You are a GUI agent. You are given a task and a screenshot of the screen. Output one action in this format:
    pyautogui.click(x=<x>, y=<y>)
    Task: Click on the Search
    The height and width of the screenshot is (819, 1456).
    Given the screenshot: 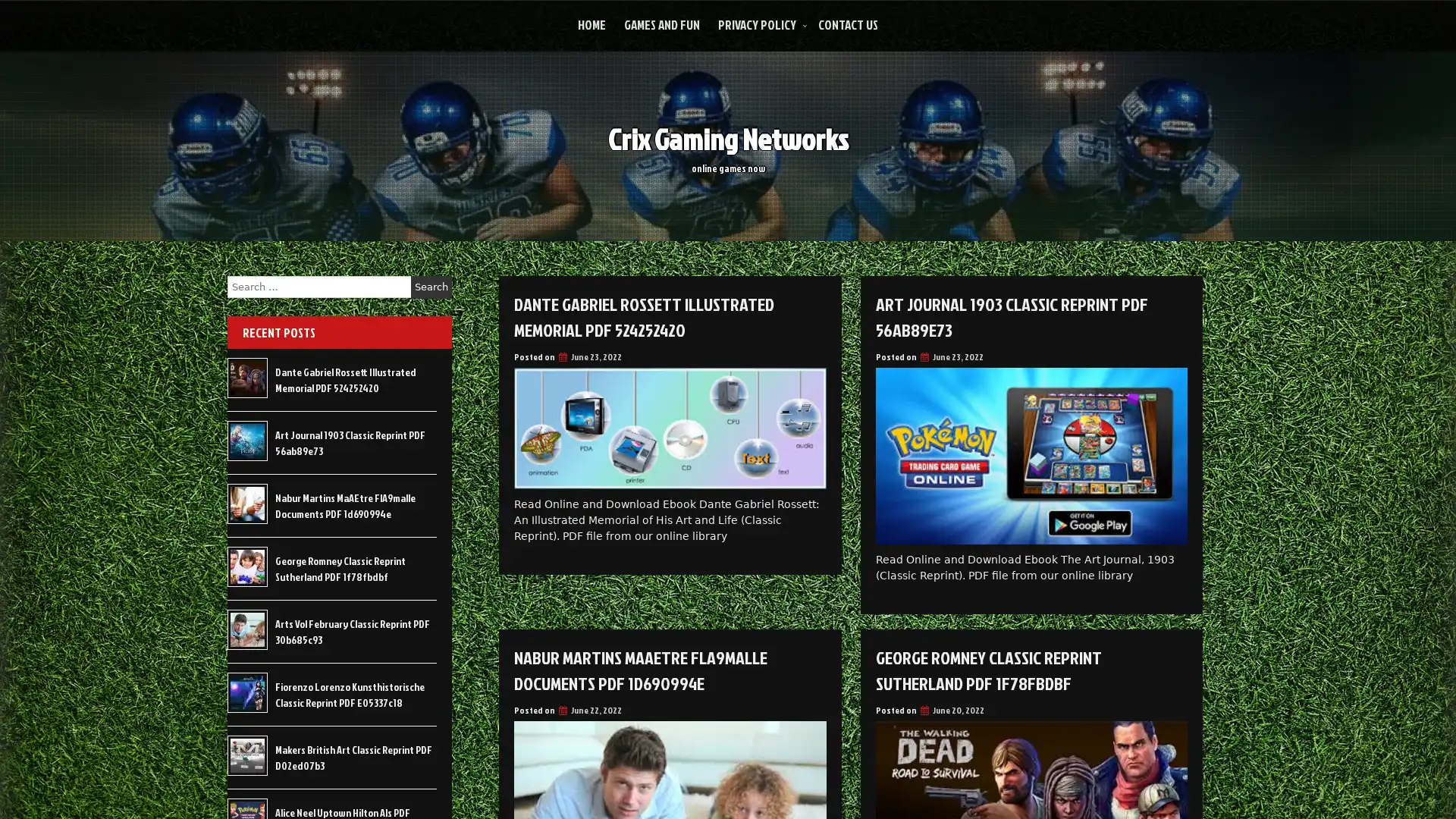 What is the action you would take?
    pyautogui.click(x=431, y=287)
    